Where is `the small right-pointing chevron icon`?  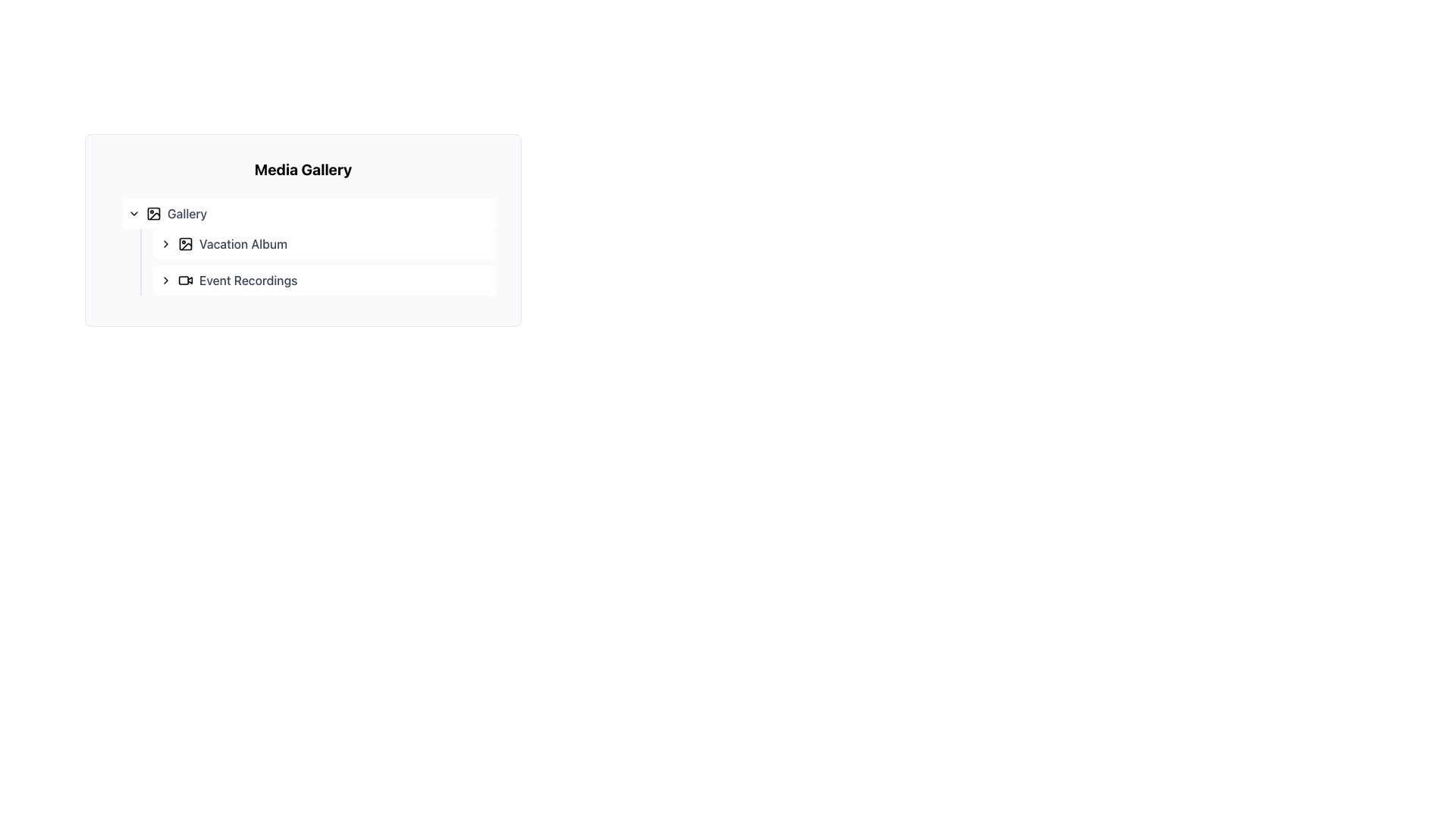 the small right-pointing chevron icon is located at coordinates (166, 243).